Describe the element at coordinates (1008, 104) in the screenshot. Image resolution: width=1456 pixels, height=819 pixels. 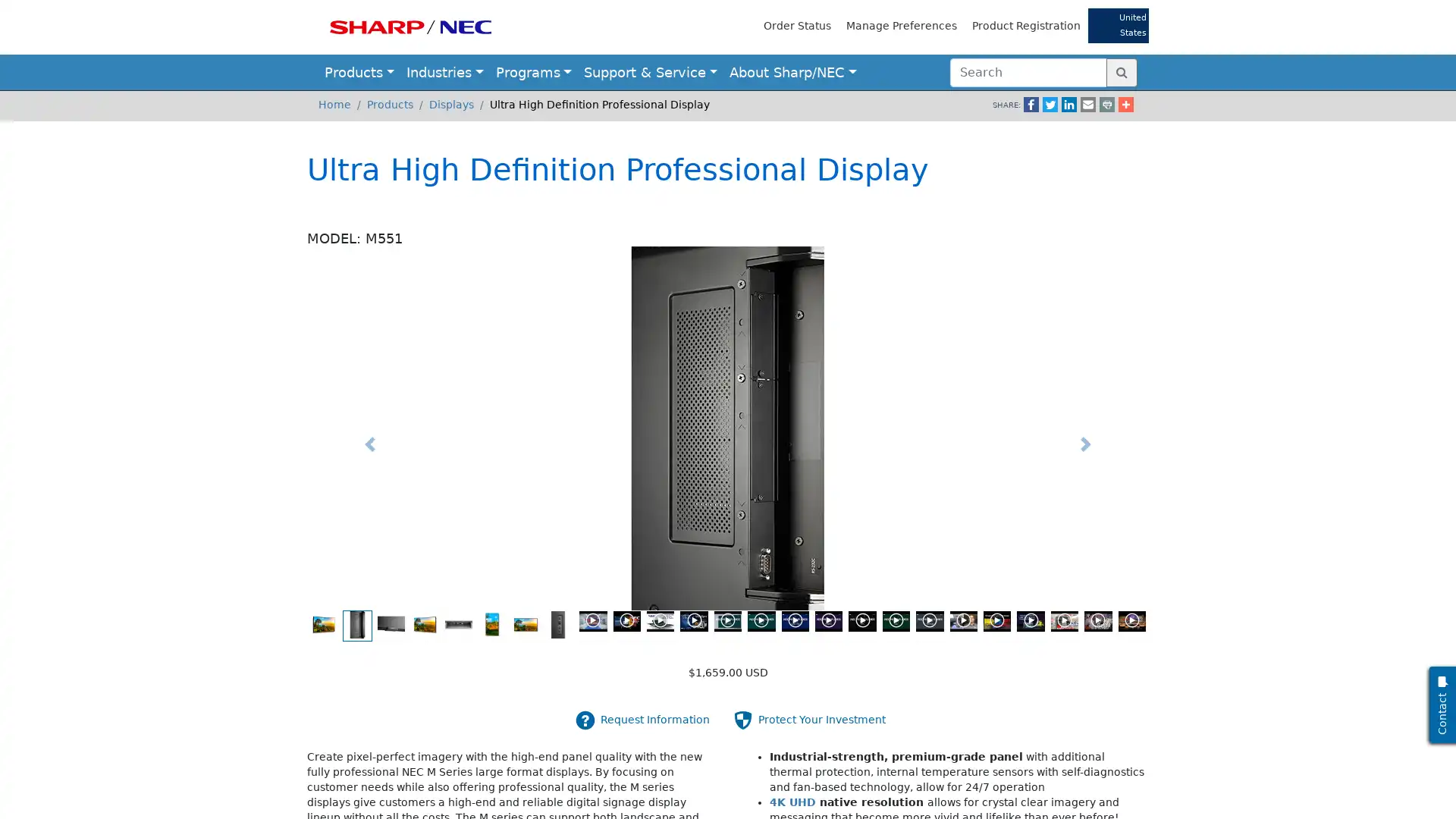
I see `Share to Facebook` at that location.